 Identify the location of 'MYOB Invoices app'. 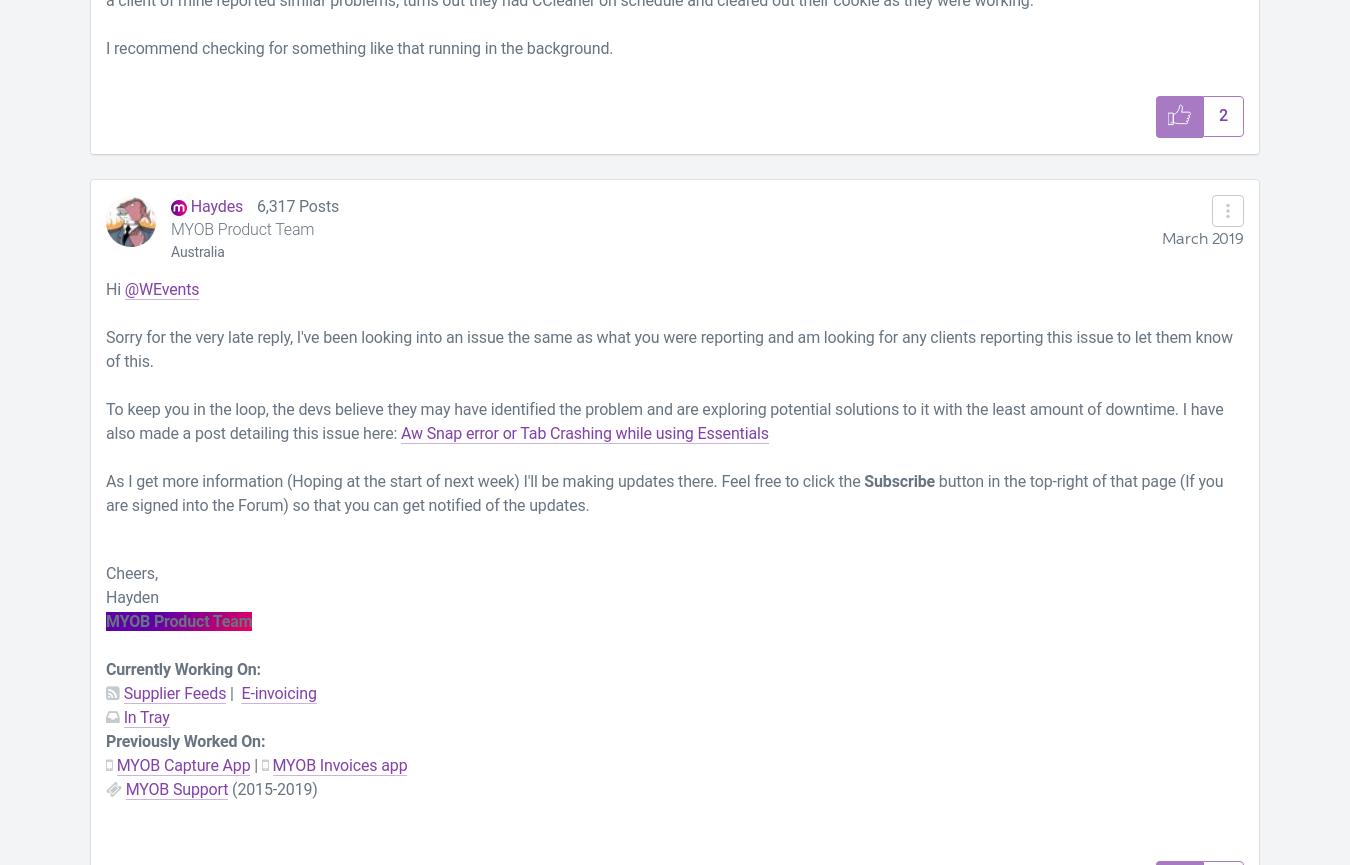
(339, 763).